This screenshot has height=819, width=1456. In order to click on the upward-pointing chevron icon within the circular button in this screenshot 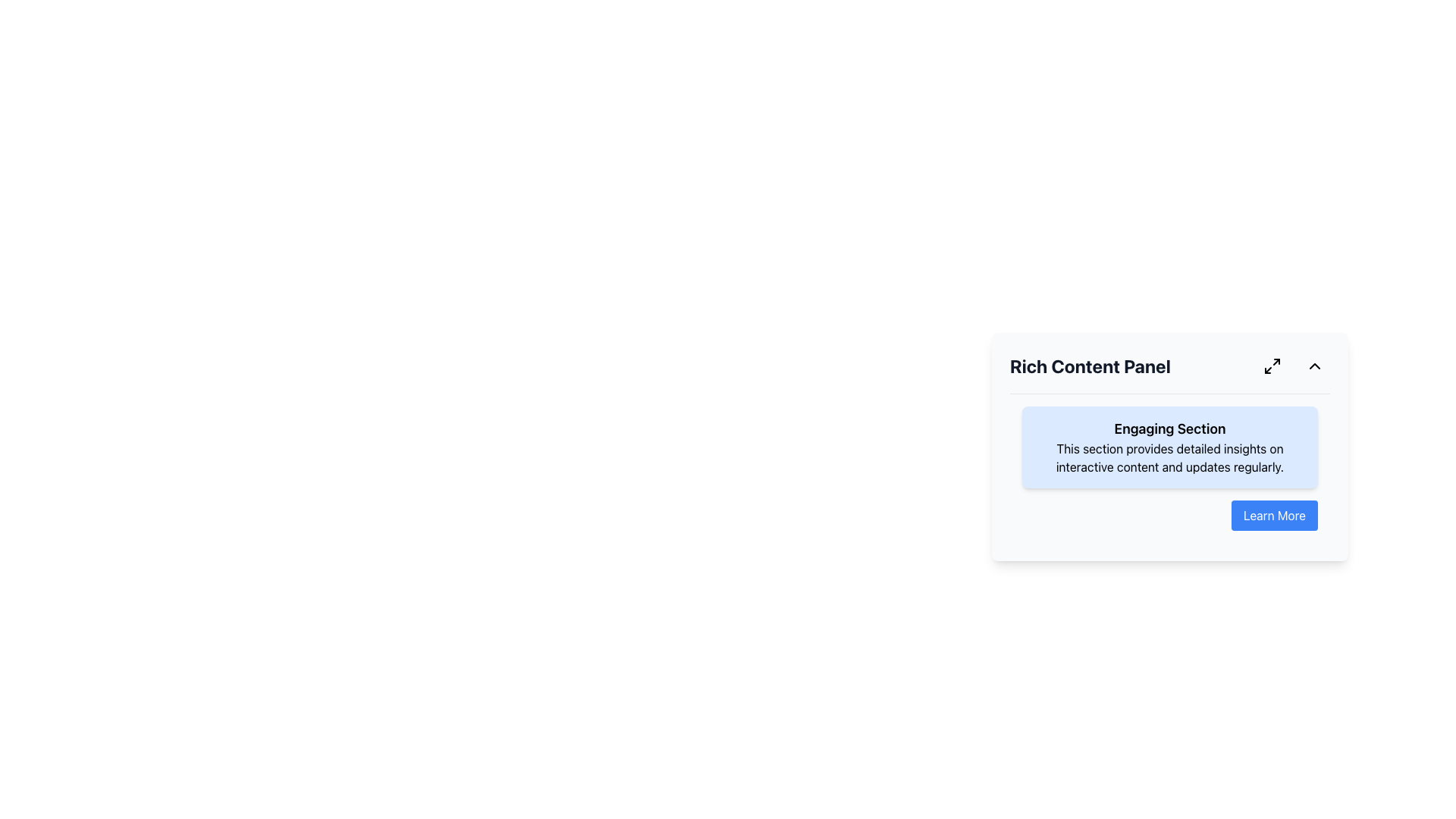, I will do `click(1313, 366)`.